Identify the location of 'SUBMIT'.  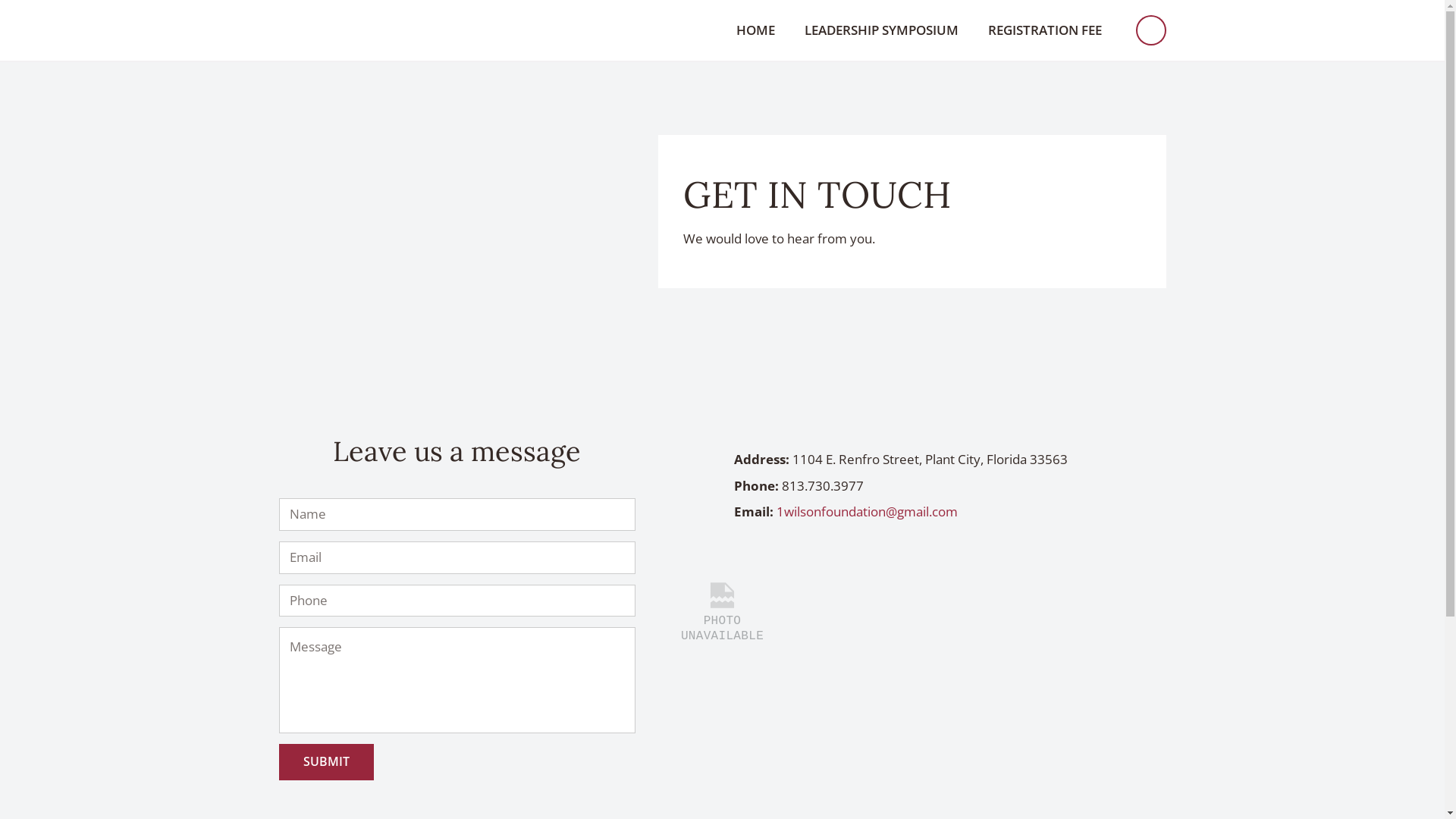
(325, 761).